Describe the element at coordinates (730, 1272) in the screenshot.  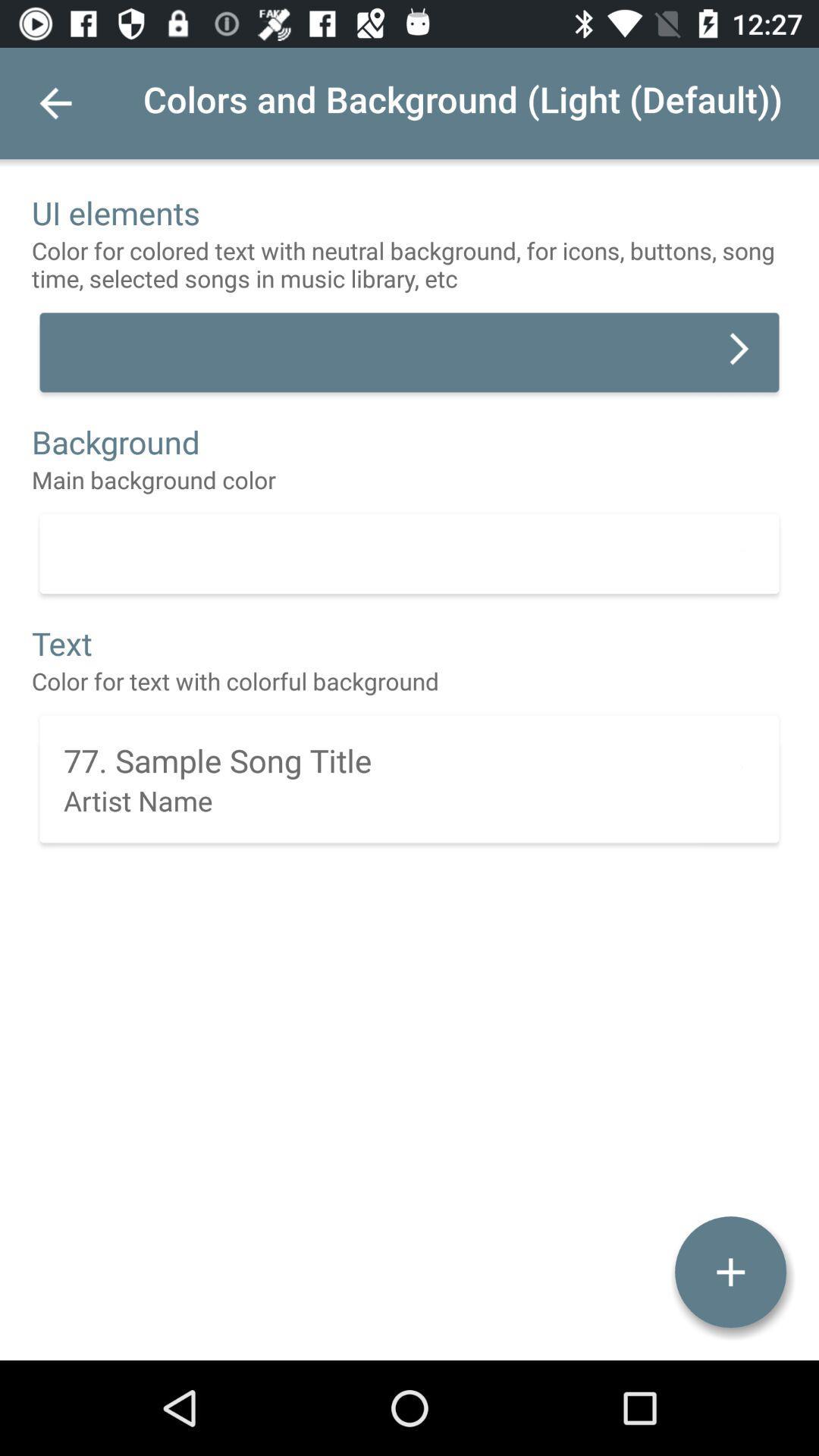
I see `the add icon` at that location.